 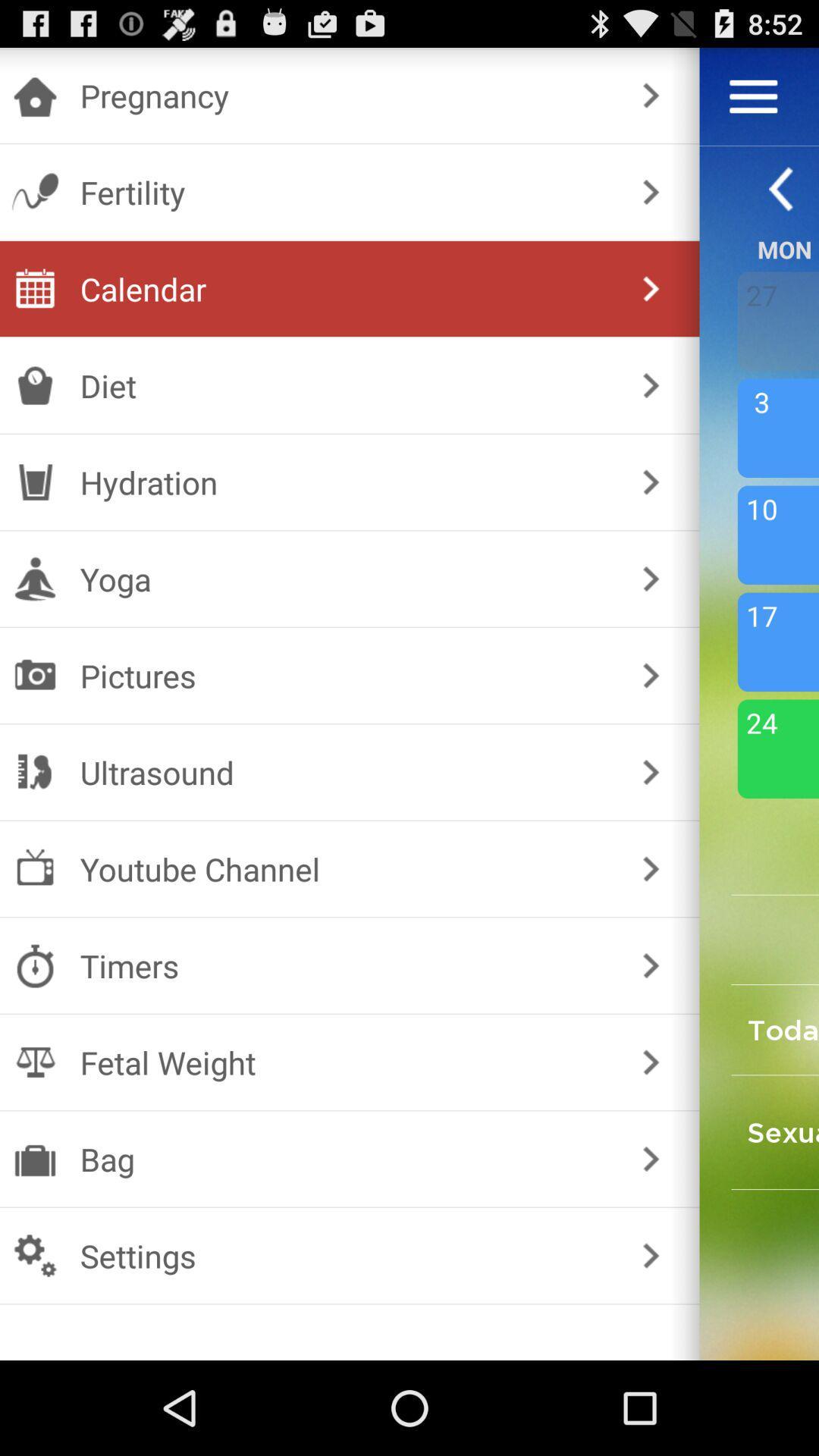 I want to click on the icon below bag checkbox, so click(x=347, y=1256).